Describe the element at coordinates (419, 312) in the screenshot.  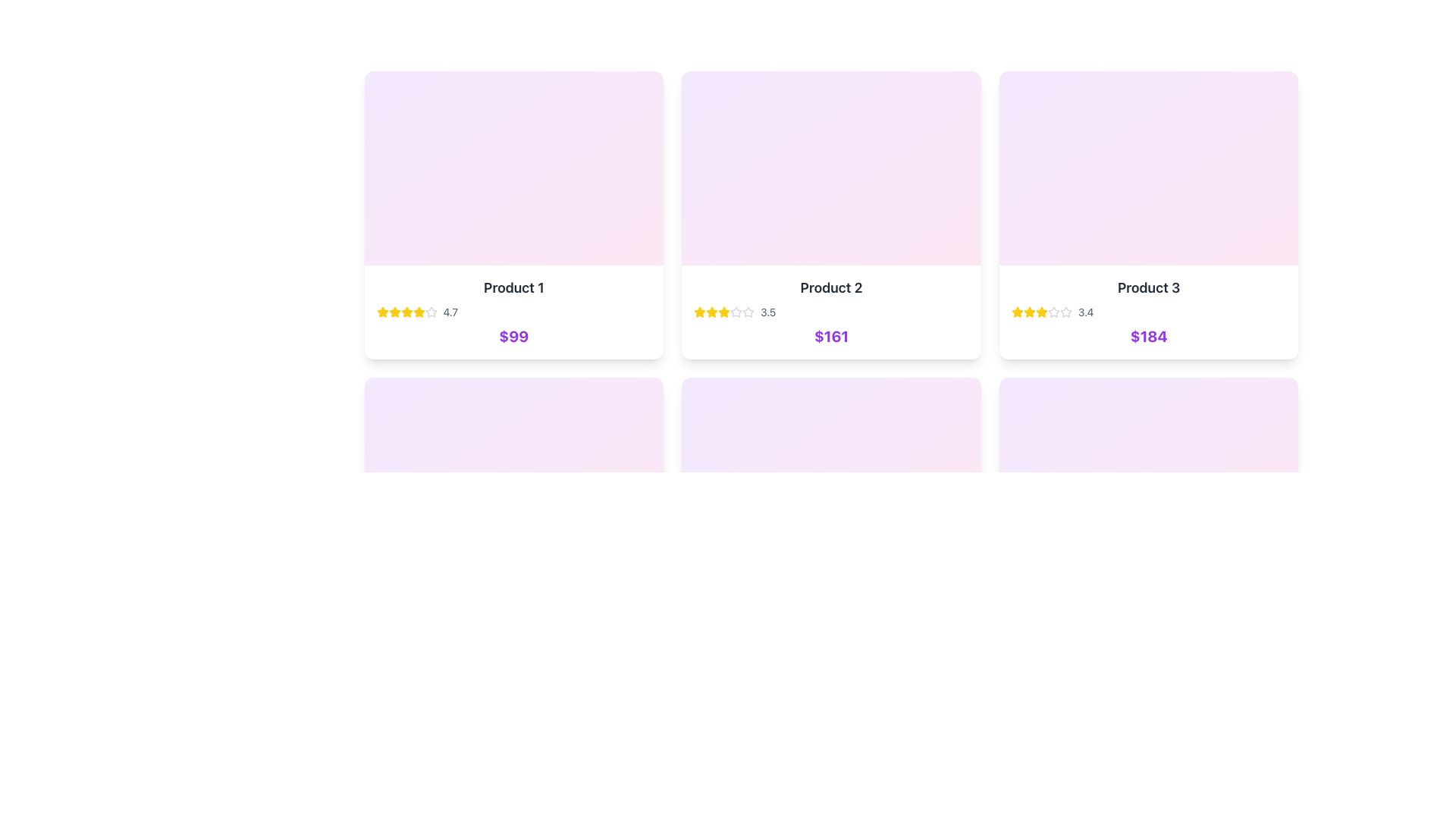
I see `the fifth star icon representing the user rating for 'Product 1' in the product card's rating section` at that location.